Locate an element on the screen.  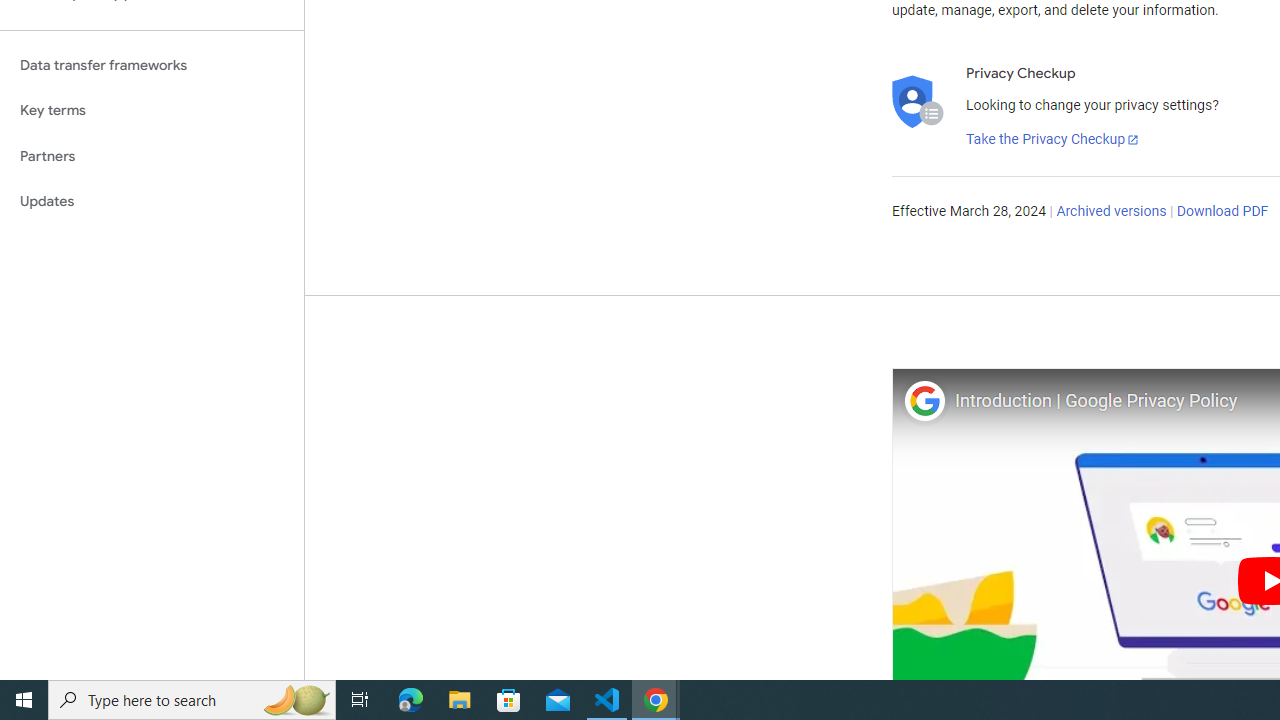
'Archived versions' is located at coordinates (1110, 212).